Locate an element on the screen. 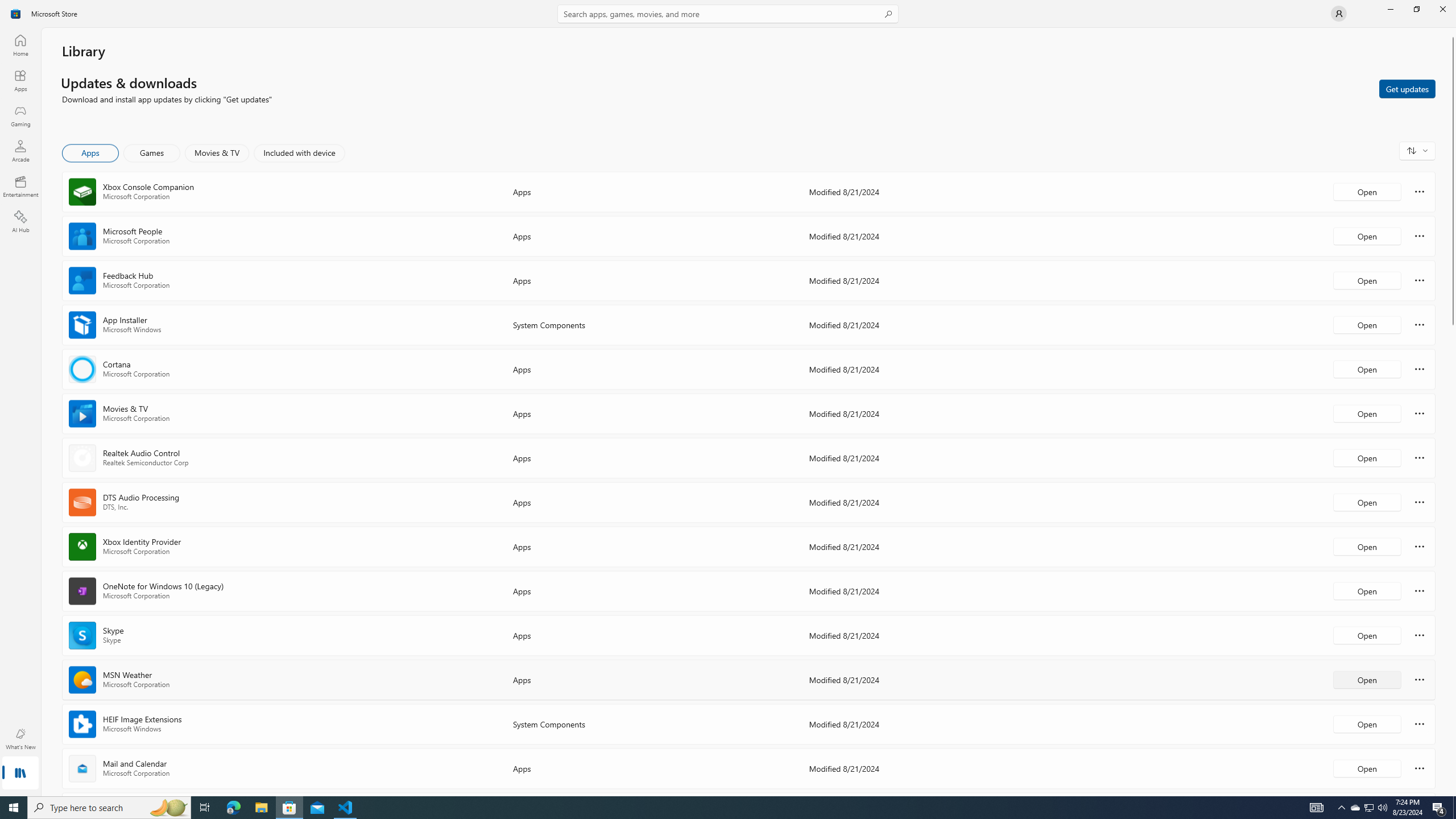 Image resolution: width=1456 pixels, height=819 pixels. 'Included with device' is located at coordinates (299, 152).